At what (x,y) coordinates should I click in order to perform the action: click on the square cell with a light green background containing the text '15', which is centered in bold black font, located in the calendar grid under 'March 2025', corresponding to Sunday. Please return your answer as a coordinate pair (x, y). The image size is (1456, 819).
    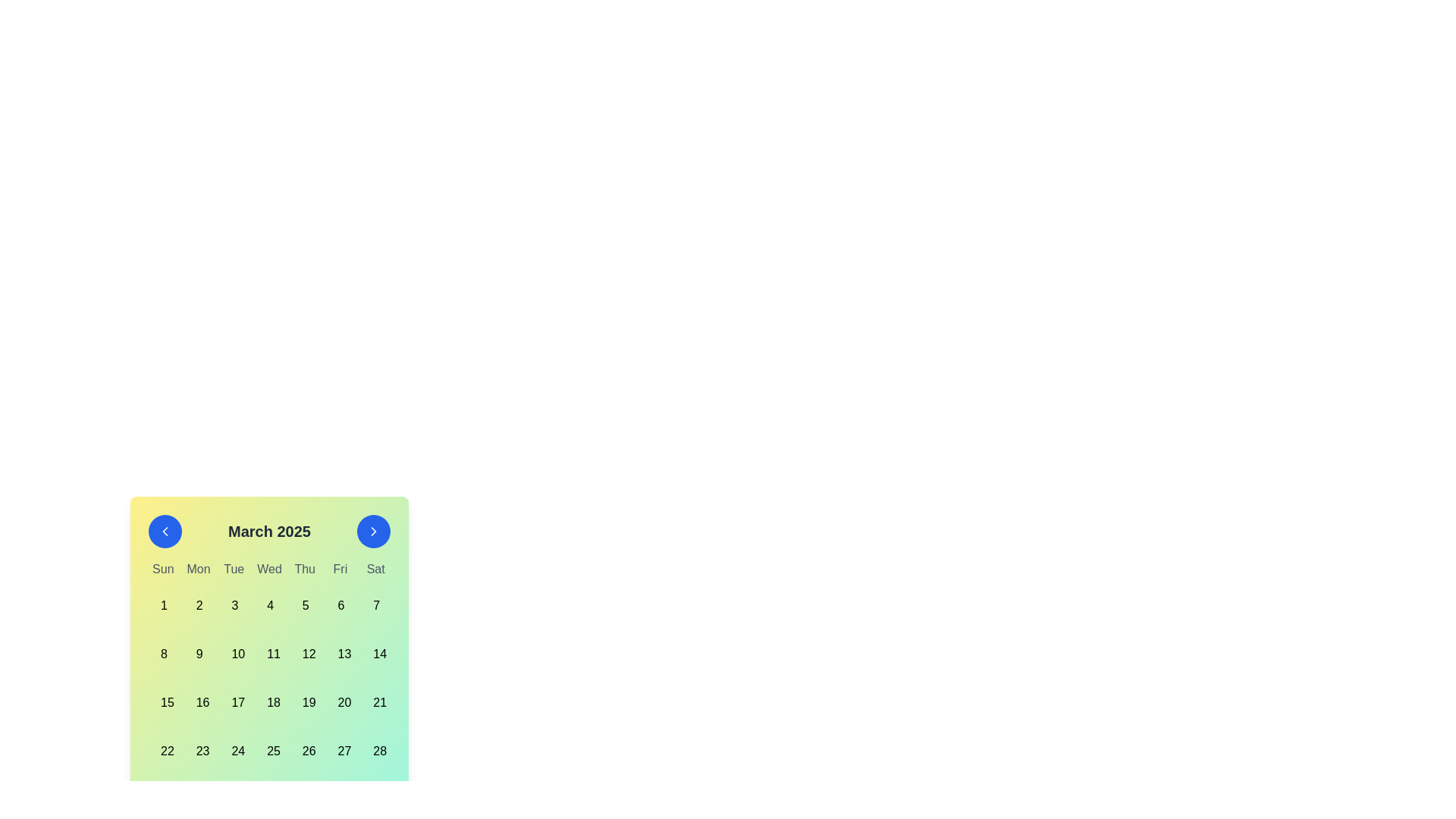
    Looking at the image, I should click on (163, 702).